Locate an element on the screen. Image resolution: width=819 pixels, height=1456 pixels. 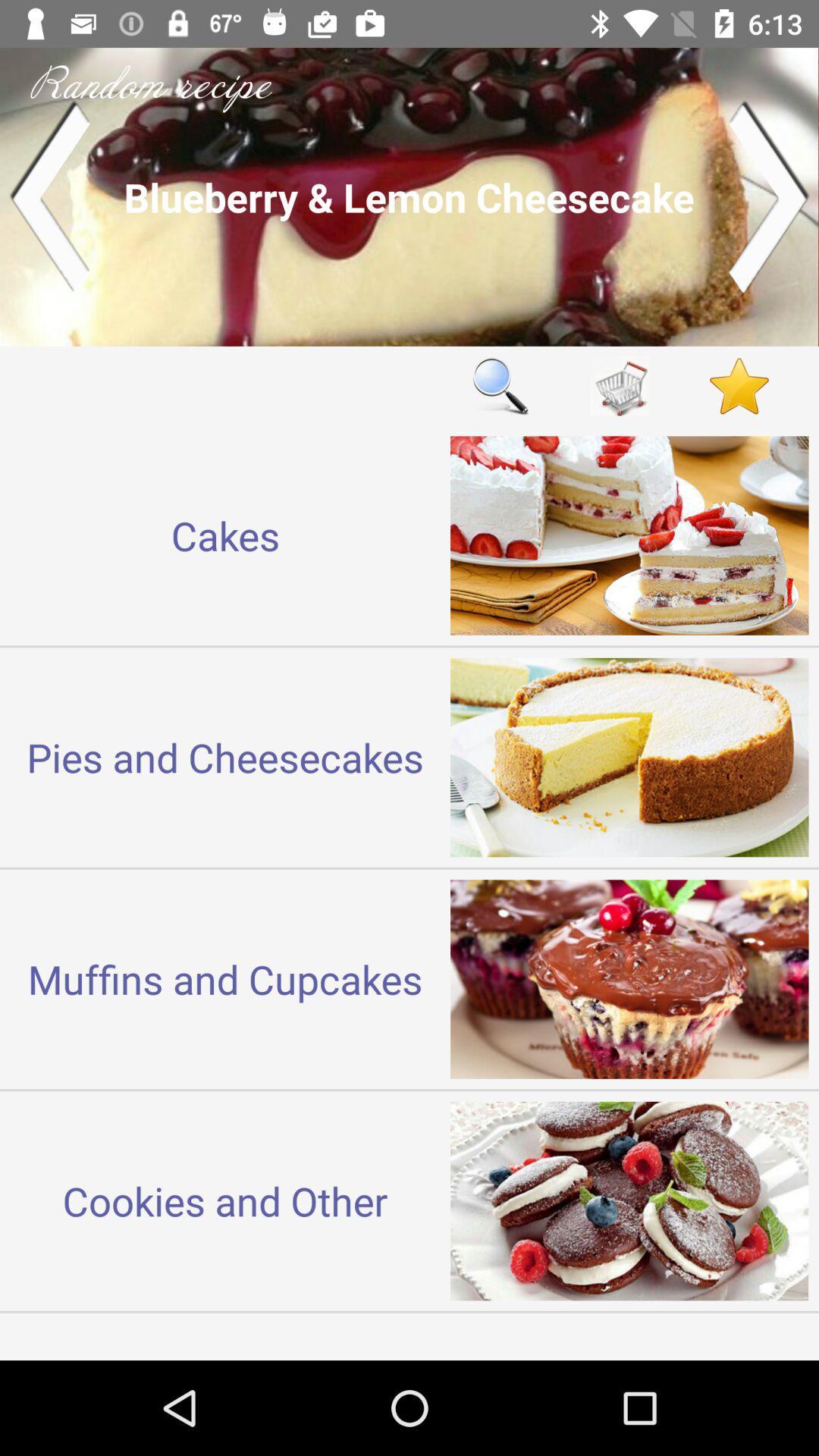
next recipe is located at coordinates (769, 196).